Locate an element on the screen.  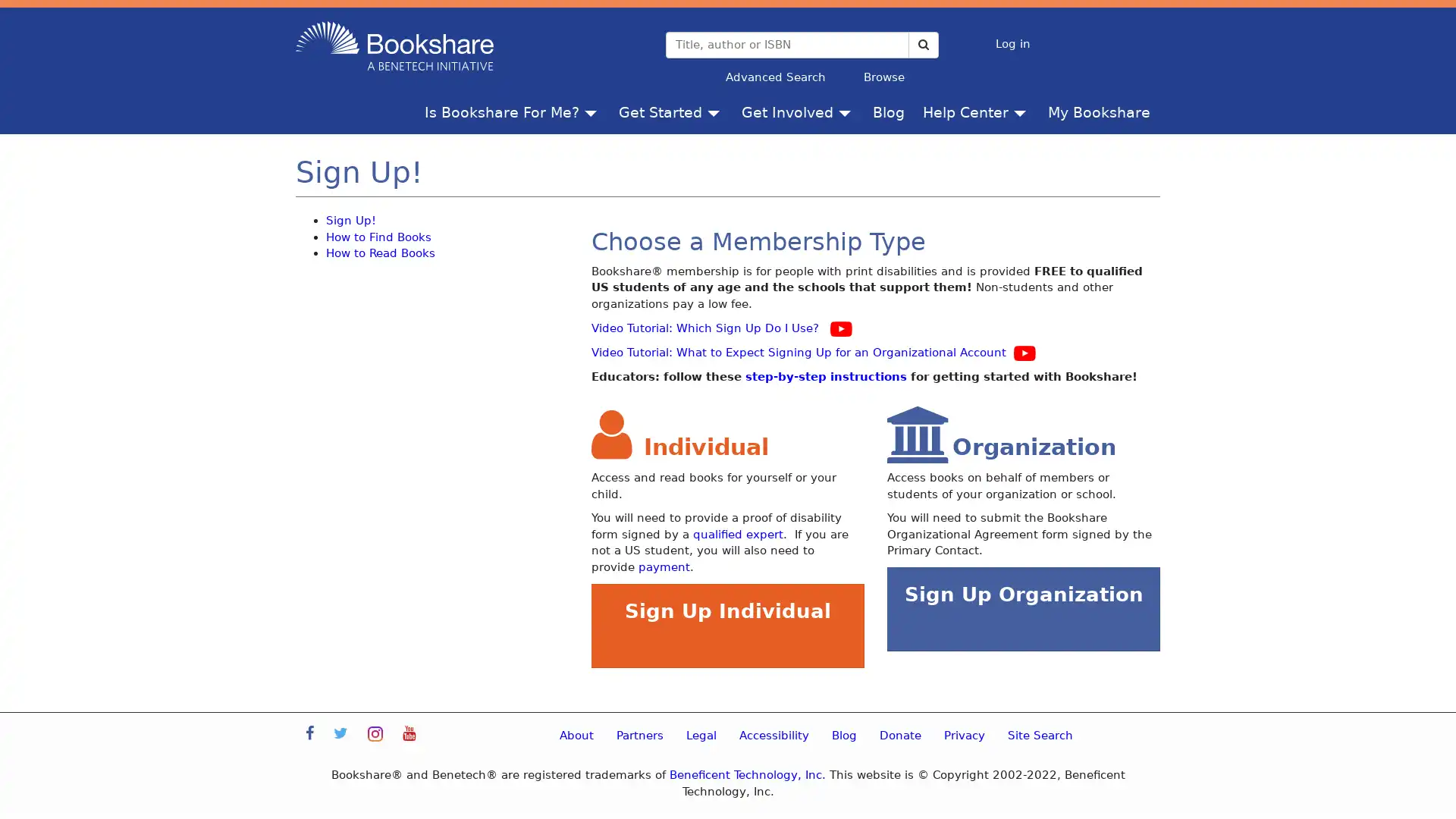
Get Involved menu is located at coordinates (847, 111).